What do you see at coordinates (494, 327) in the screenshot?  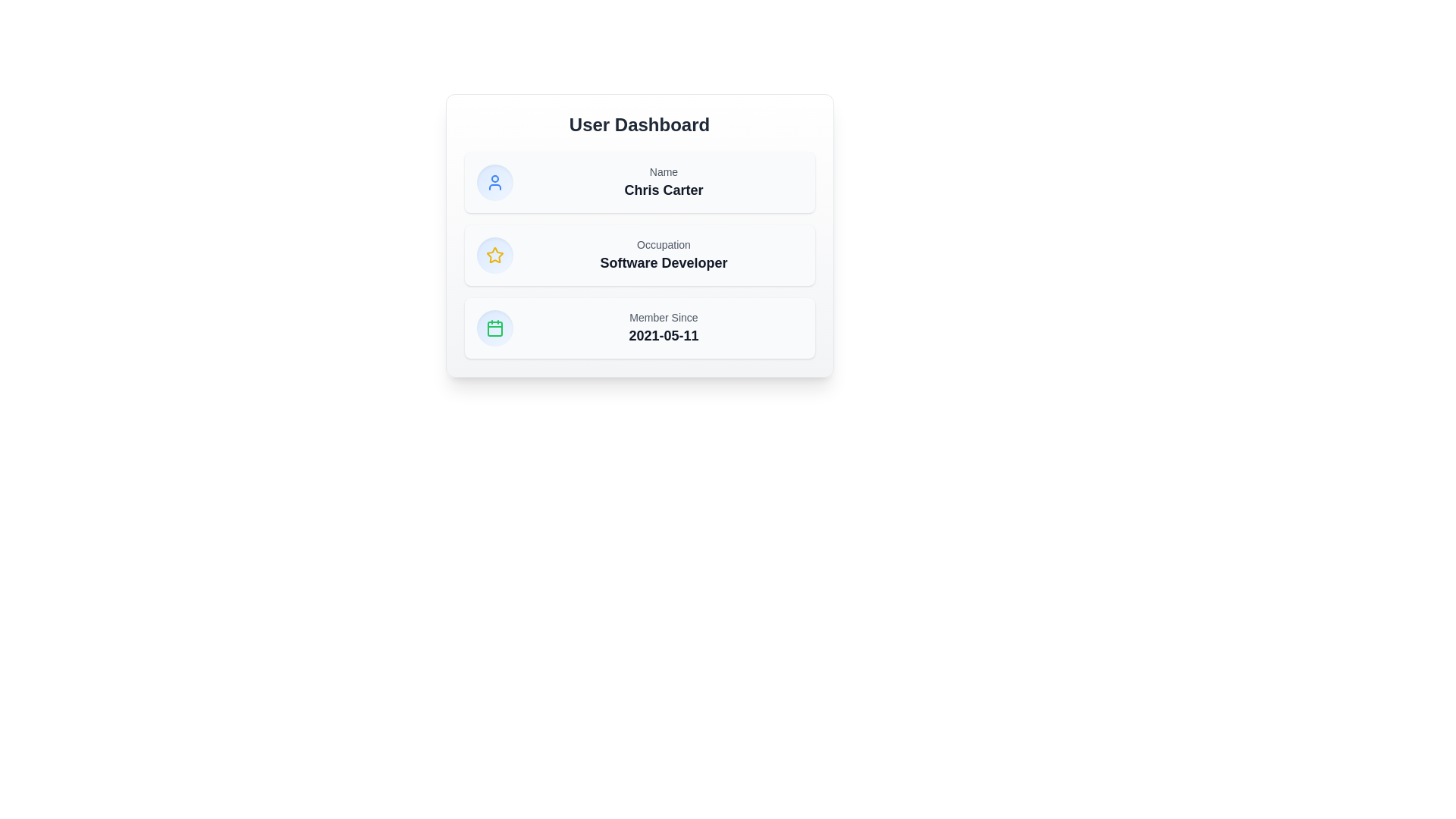 I see `the circular icon with a gradient blue background and a green outline of a calendar, located in the bottom-most section of the card labeled 'Member Since 2021-05-11'` at bounding box center [494, 327].